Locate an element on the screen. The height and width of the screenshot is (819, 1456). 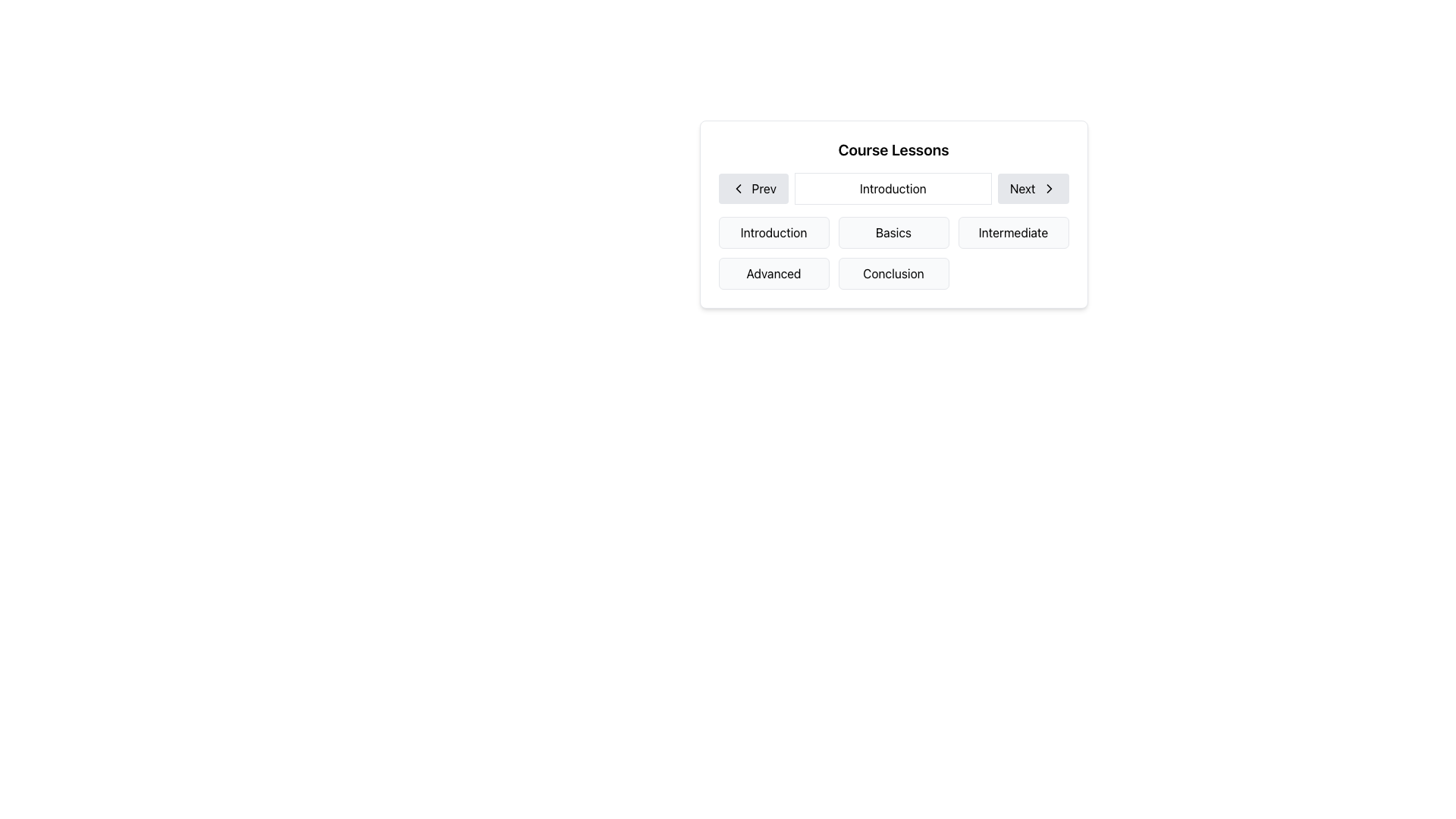
the Chevron icon within the 'Next' button located at the top-right corner of the 'Course Lessons' panel is located at coordinates (1048, 188).